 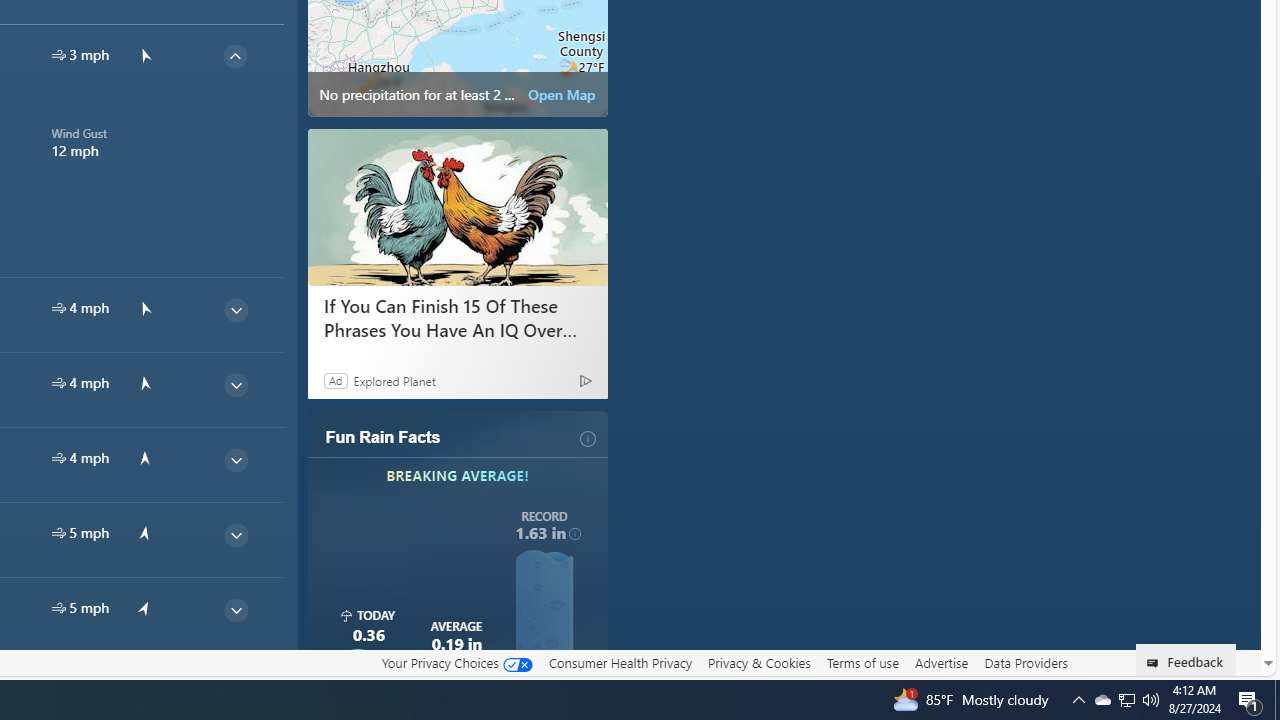 What do you see at coordinates (1156, 663) in the screenshot?
I see `'Class: feedback_link_icon-DS-EntryPoint1-1'` at bounding box center [1156, 663].